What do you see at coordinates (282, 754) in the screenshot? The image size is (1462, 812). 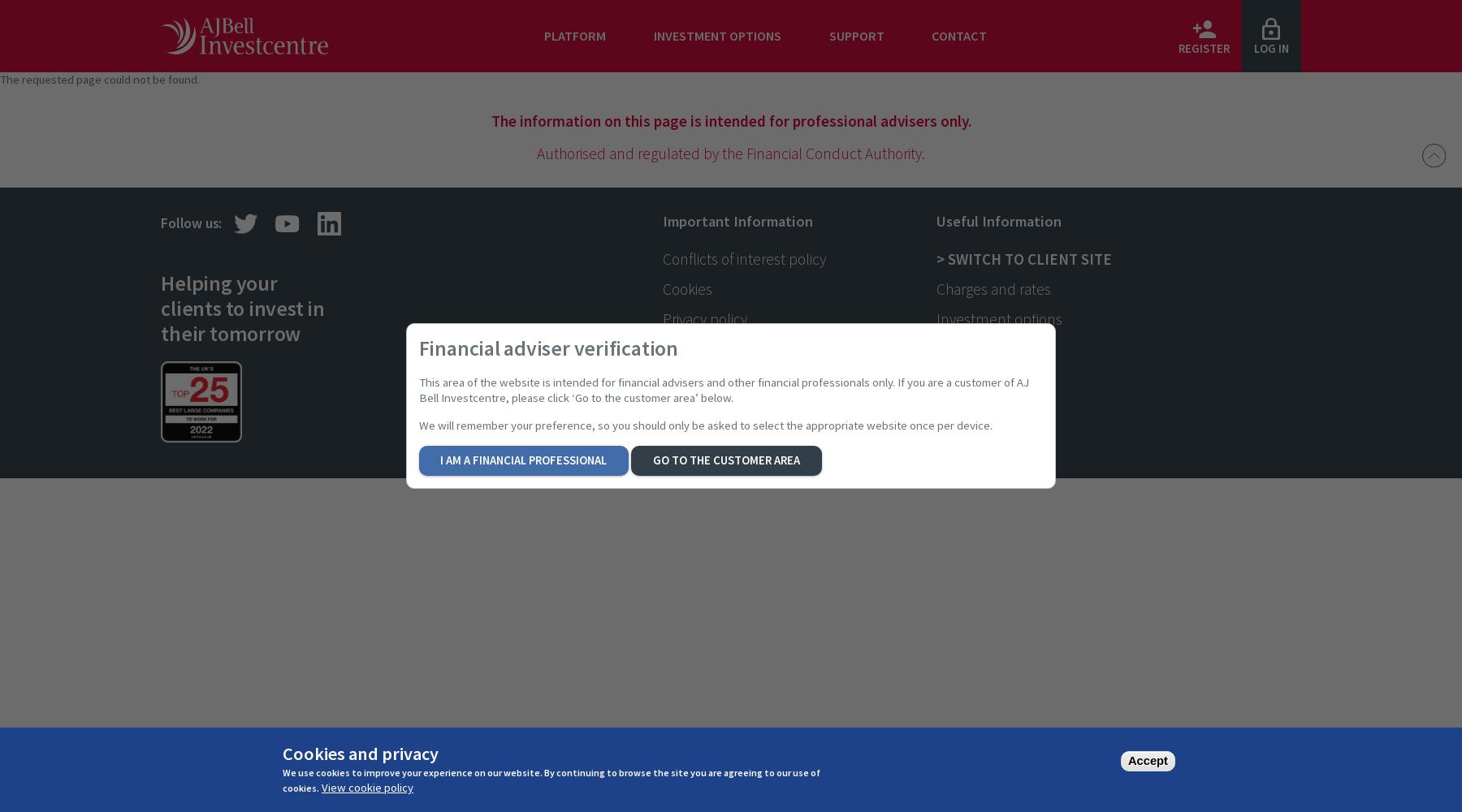 I see `'Cookies and privacy'` at bounding box center [282, 754].